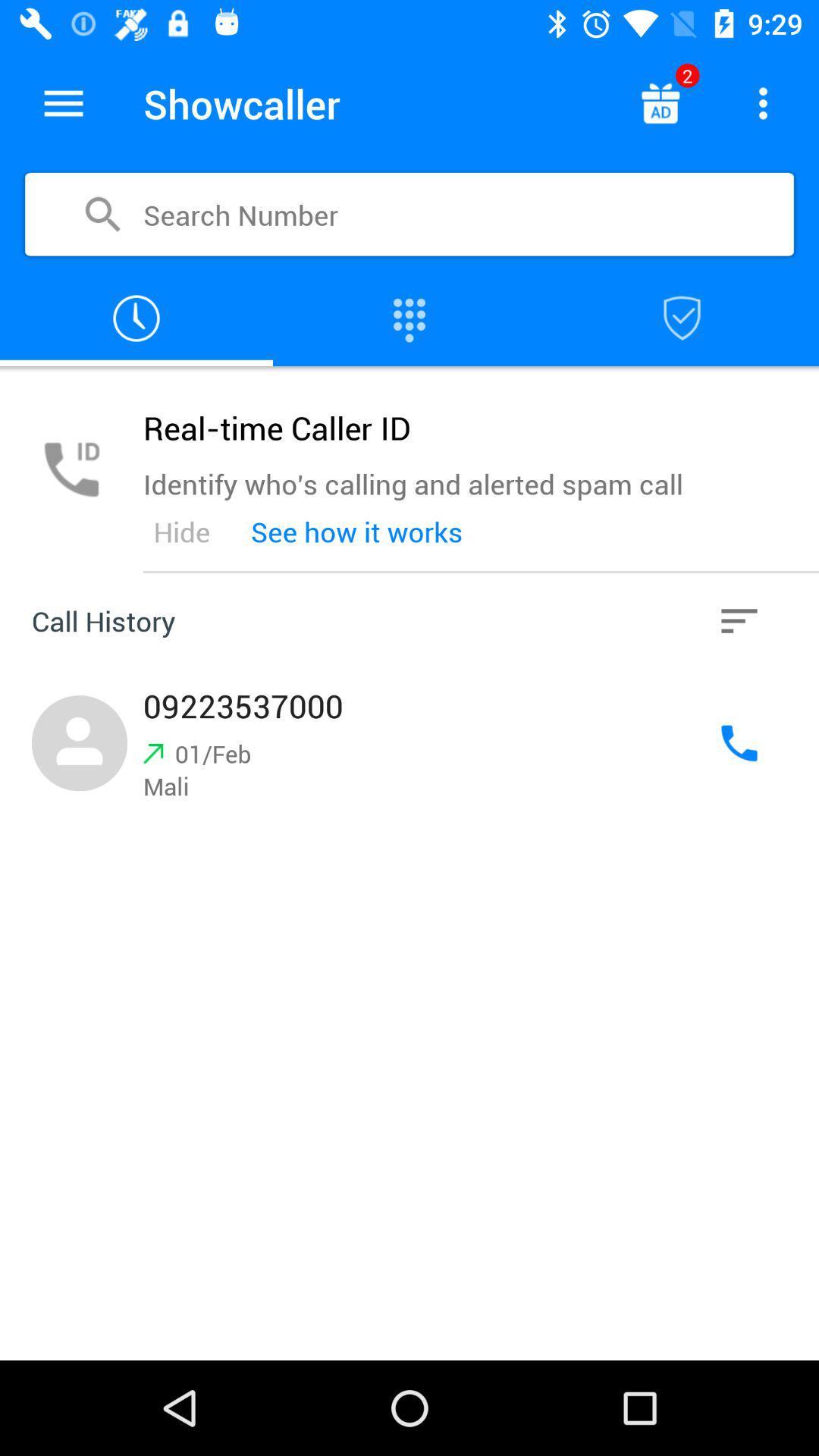 The image size is (819, 1456). I want to click on the hide icon, so click(180, 532).